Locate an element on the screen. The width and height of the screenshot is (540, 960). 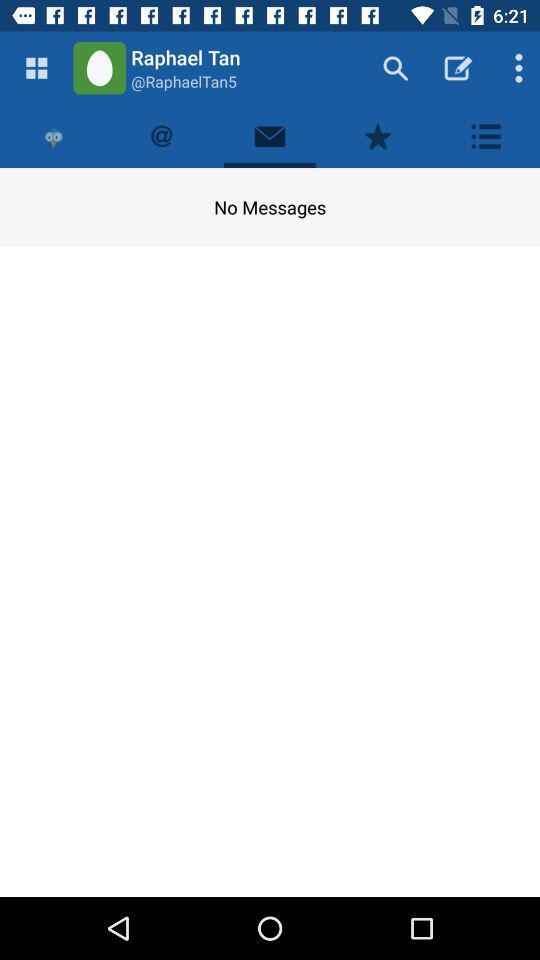
sitting is located at coordinates (485, 135).